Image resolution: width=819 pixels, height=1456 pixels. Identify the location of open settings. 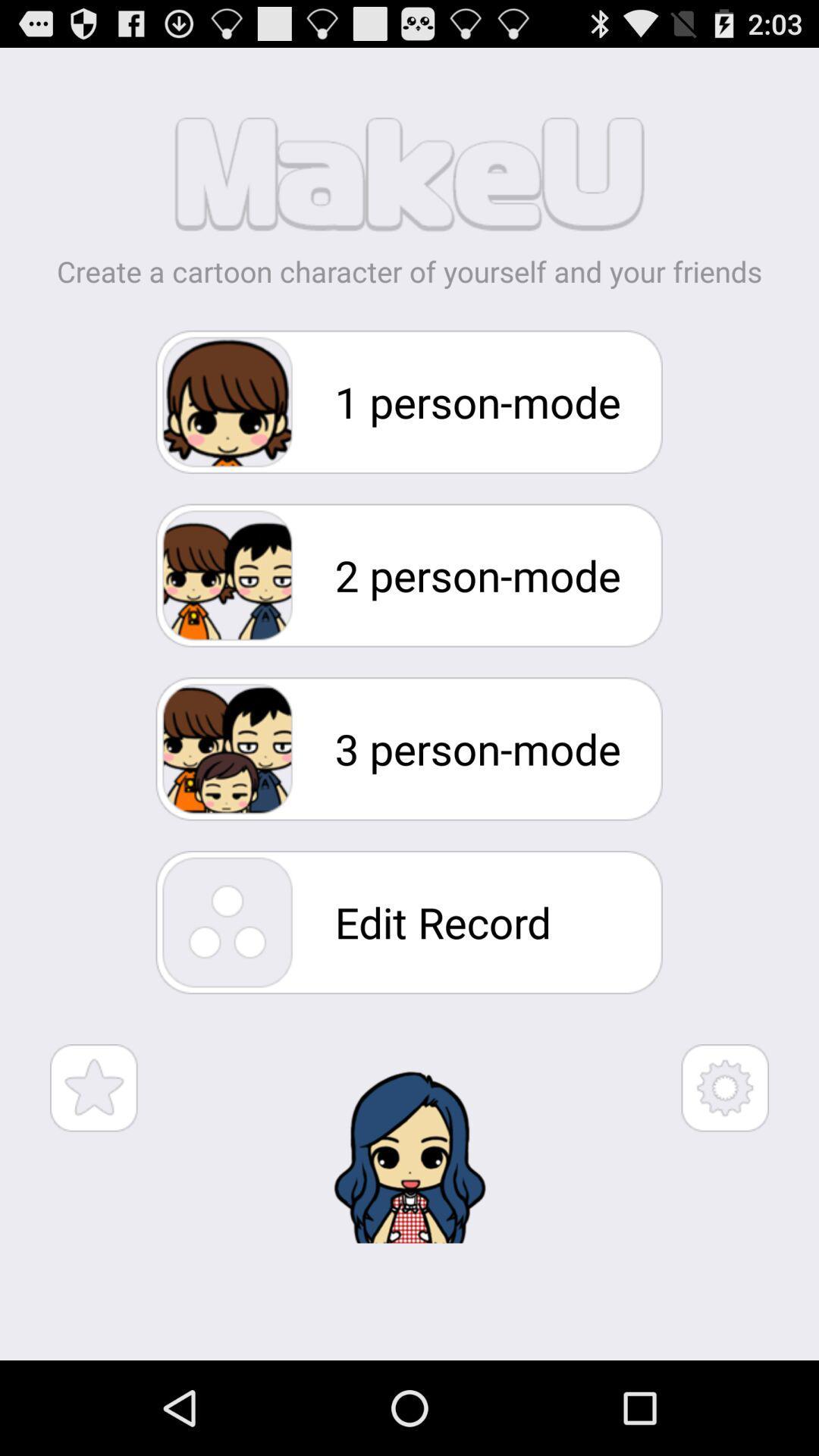
(724, 1087).